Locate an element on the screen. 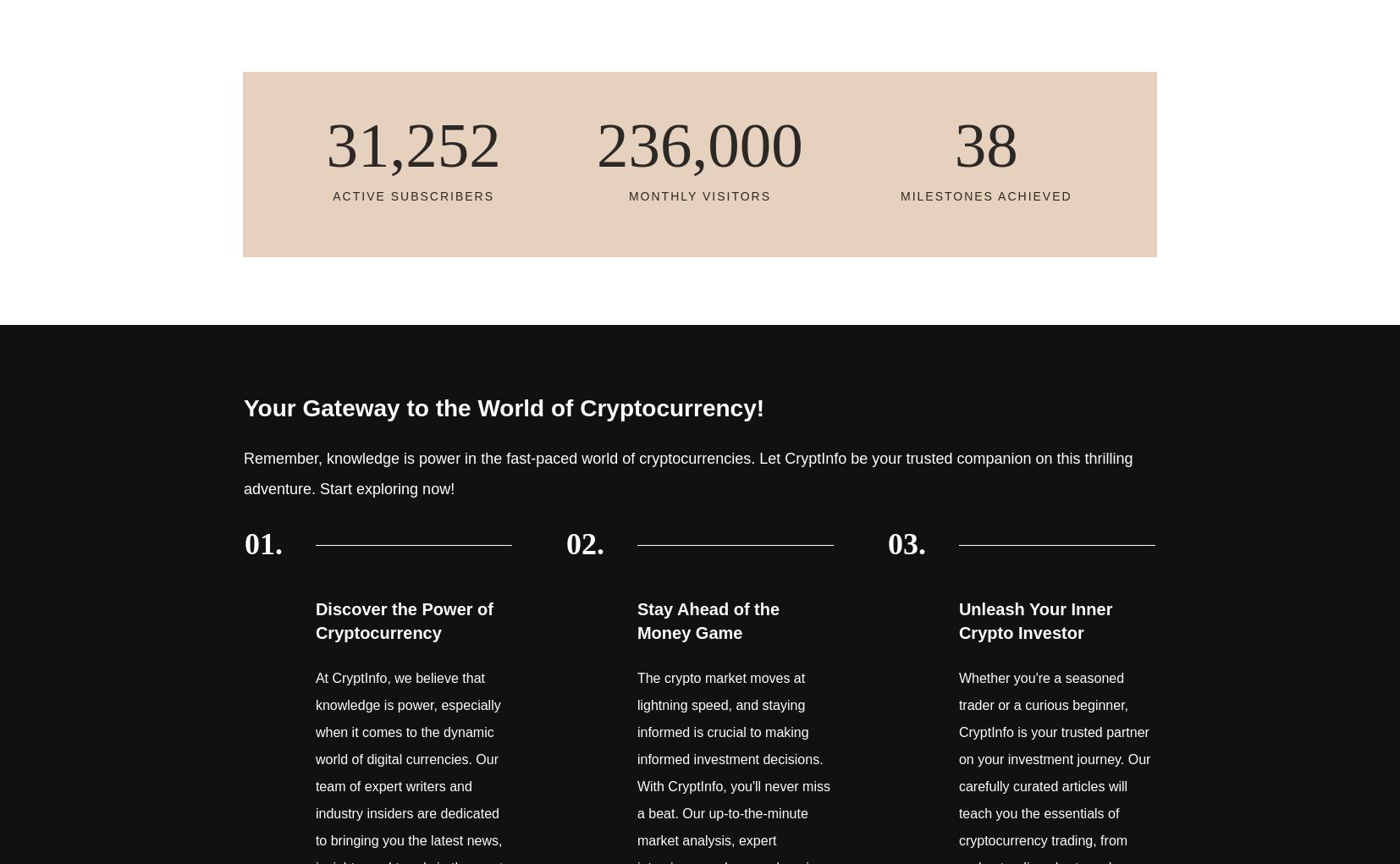 This screenshot has height=864, width=1400. 'Your Gateway to the World of Cryptocurrency!' is located at coordinates (242, 407).